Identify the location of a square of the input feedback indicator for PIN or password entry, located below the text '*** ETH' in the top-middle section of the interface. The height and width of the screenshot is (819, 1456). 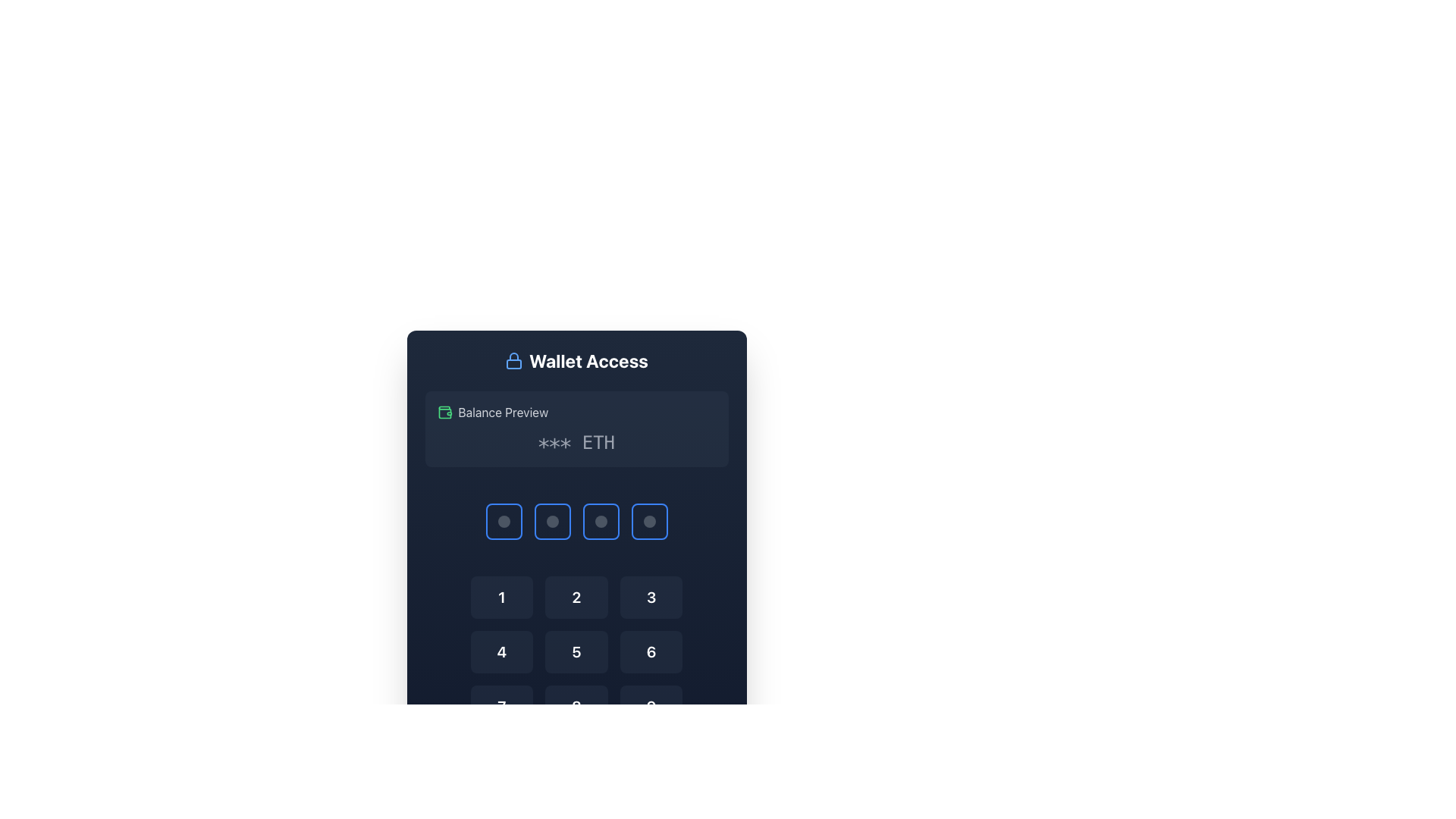
(576, 520).